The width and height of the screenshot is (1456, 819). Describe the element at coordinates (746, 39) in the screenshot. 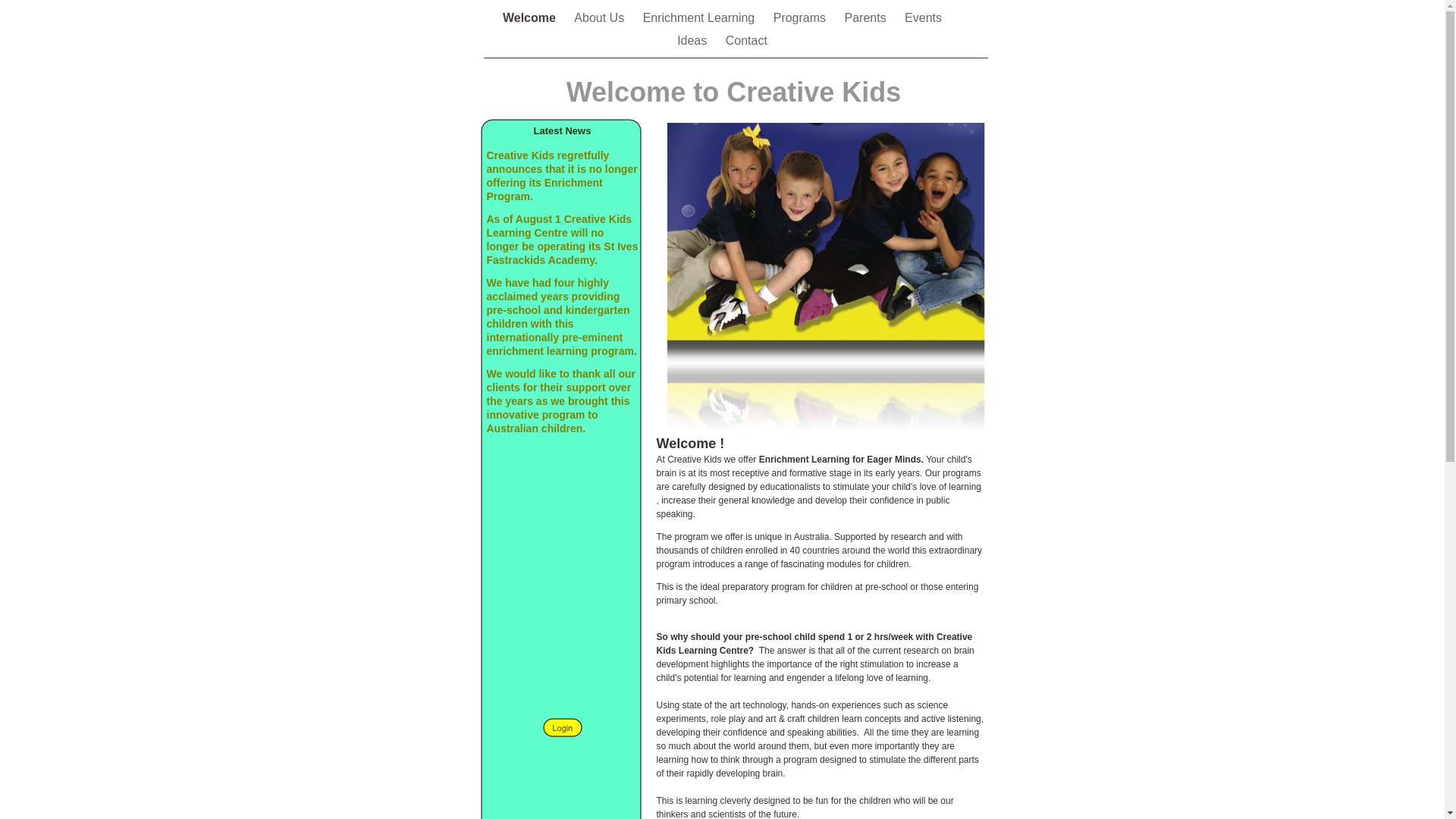

I see `'Contact'` at that location.